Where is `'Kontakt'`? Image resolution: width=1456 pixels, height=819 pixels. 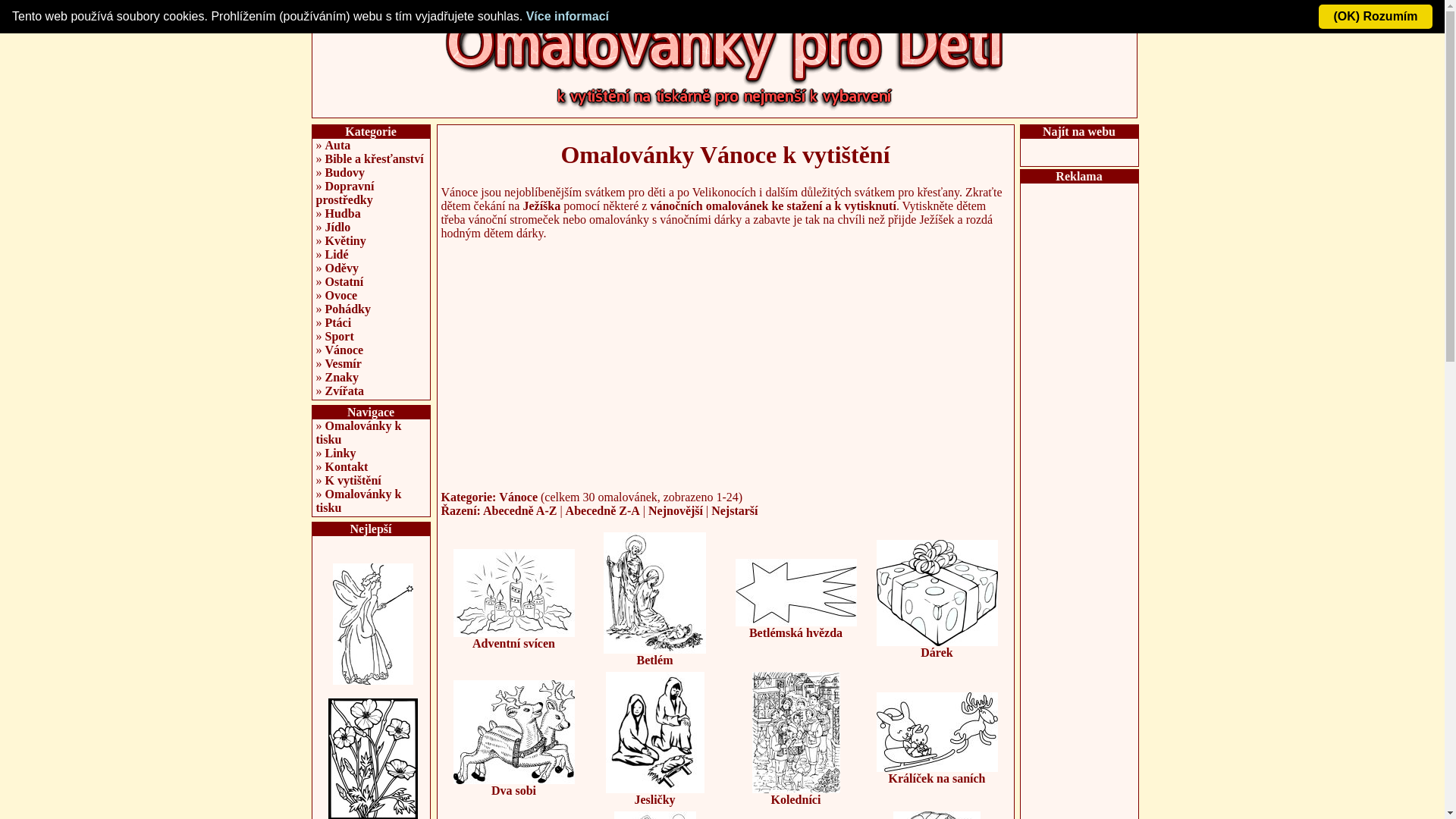 'Kontakt' is located at coordinates (345, 466).